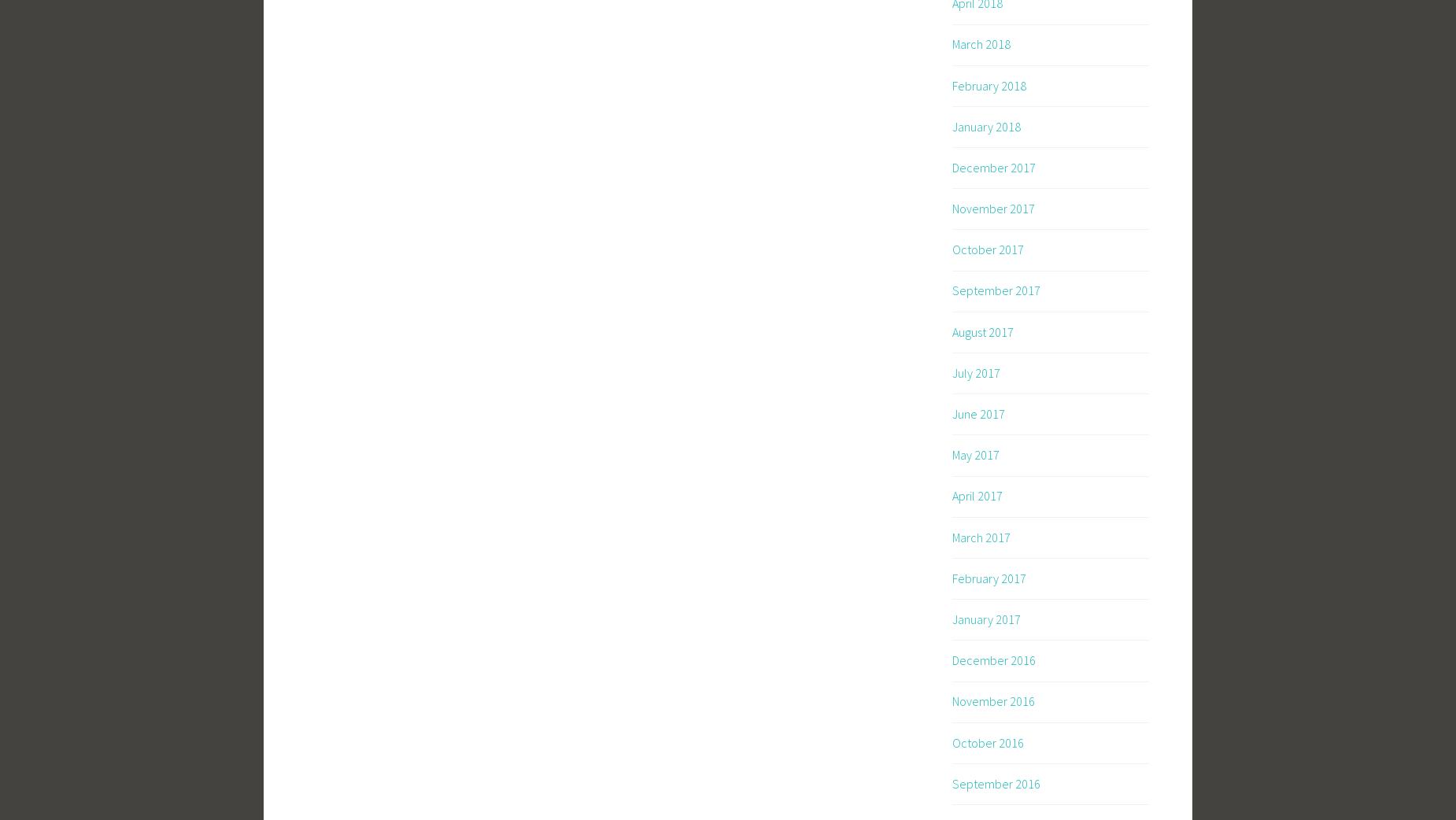  Describe the element at coordinates (981, 330) in the screenshot. I see `'August 2017'` at that location.